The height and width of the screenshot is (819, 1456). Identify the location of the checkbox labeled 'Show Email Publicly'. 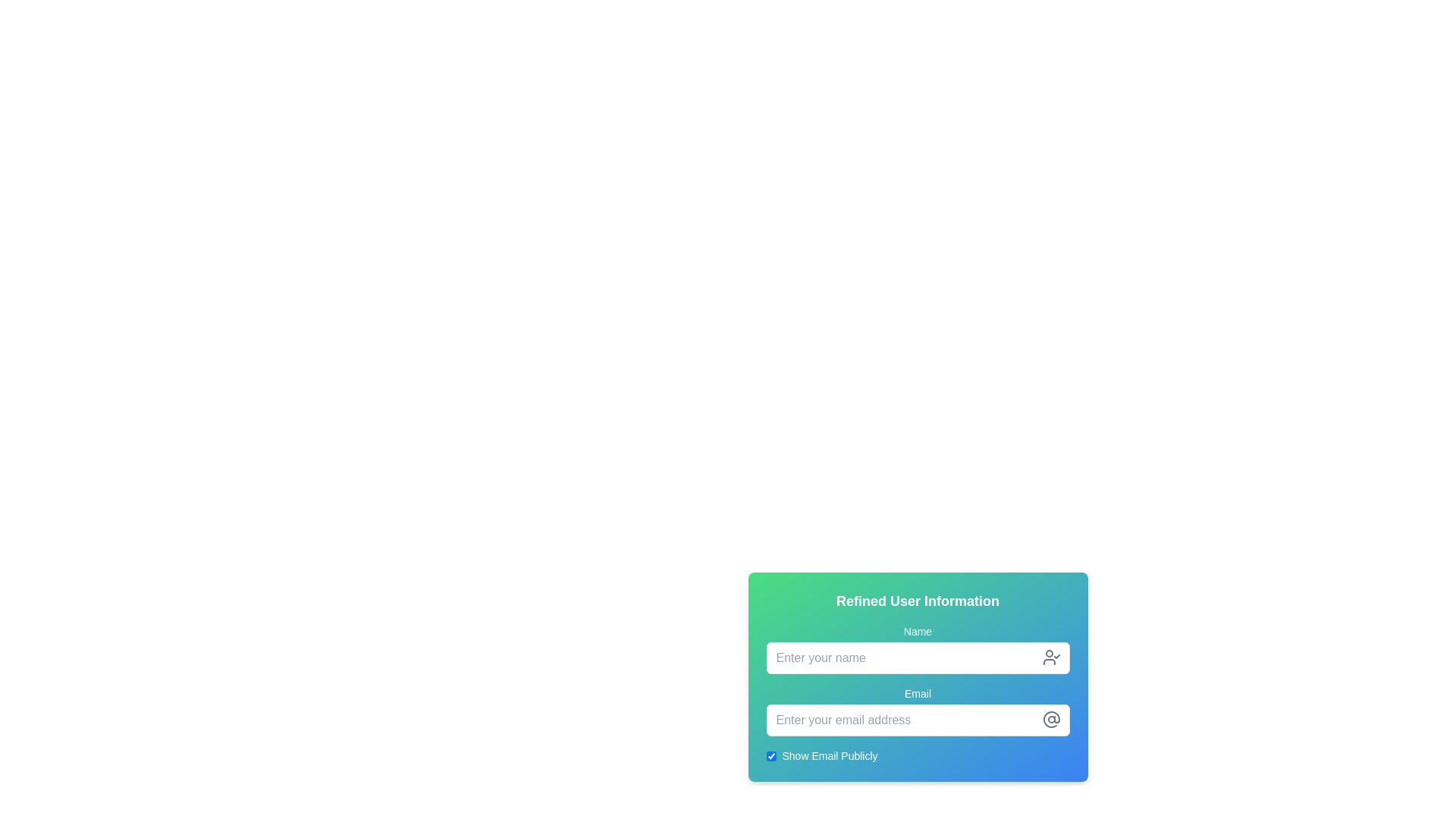
(917, 755).